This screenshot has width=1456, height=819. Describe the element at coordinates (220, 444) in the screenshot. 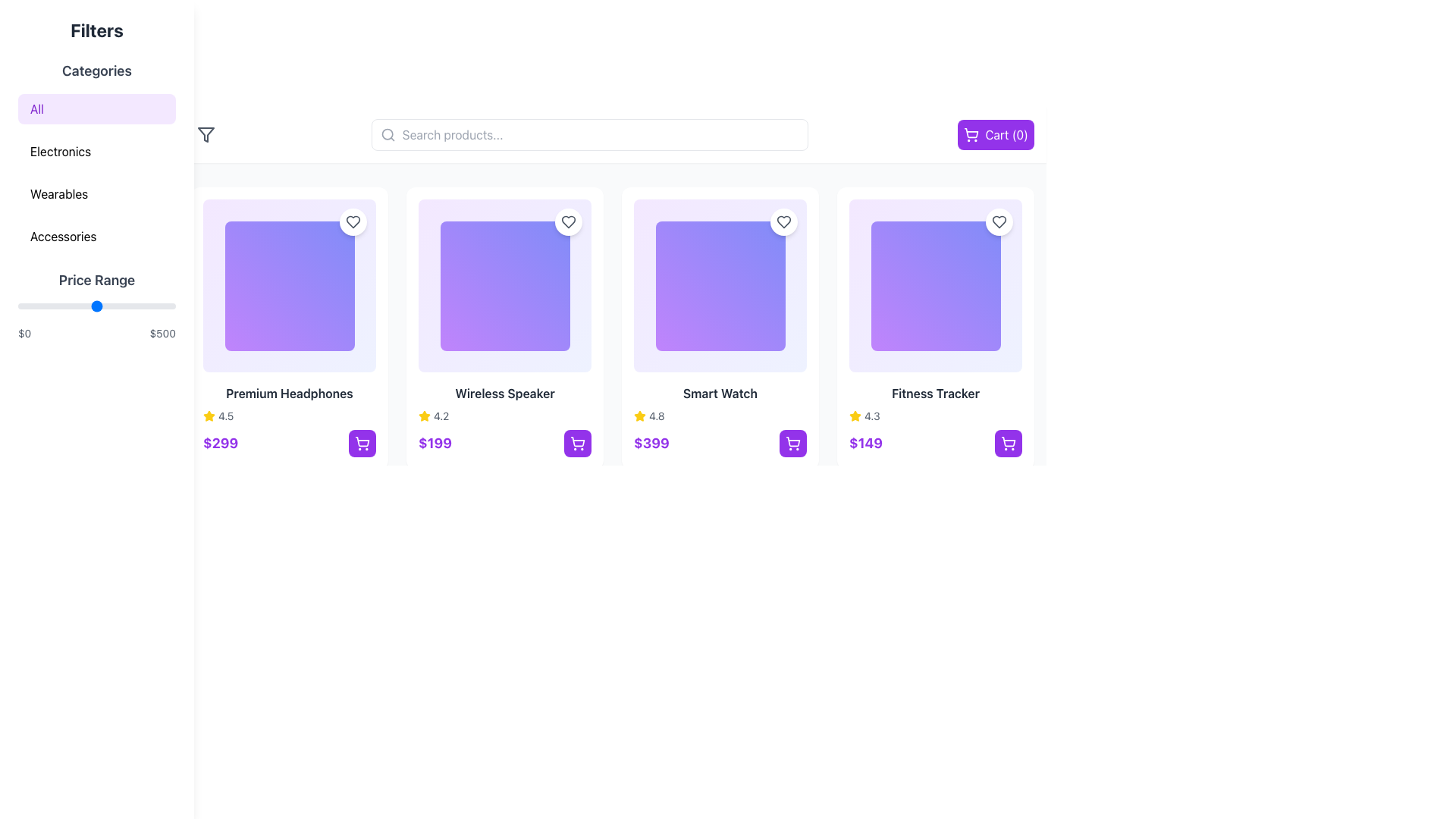

I see `the text label displaying '$299' in bold, large purple font located at the bottom-left corner of the 'Premium Headphones' product card` at that location.